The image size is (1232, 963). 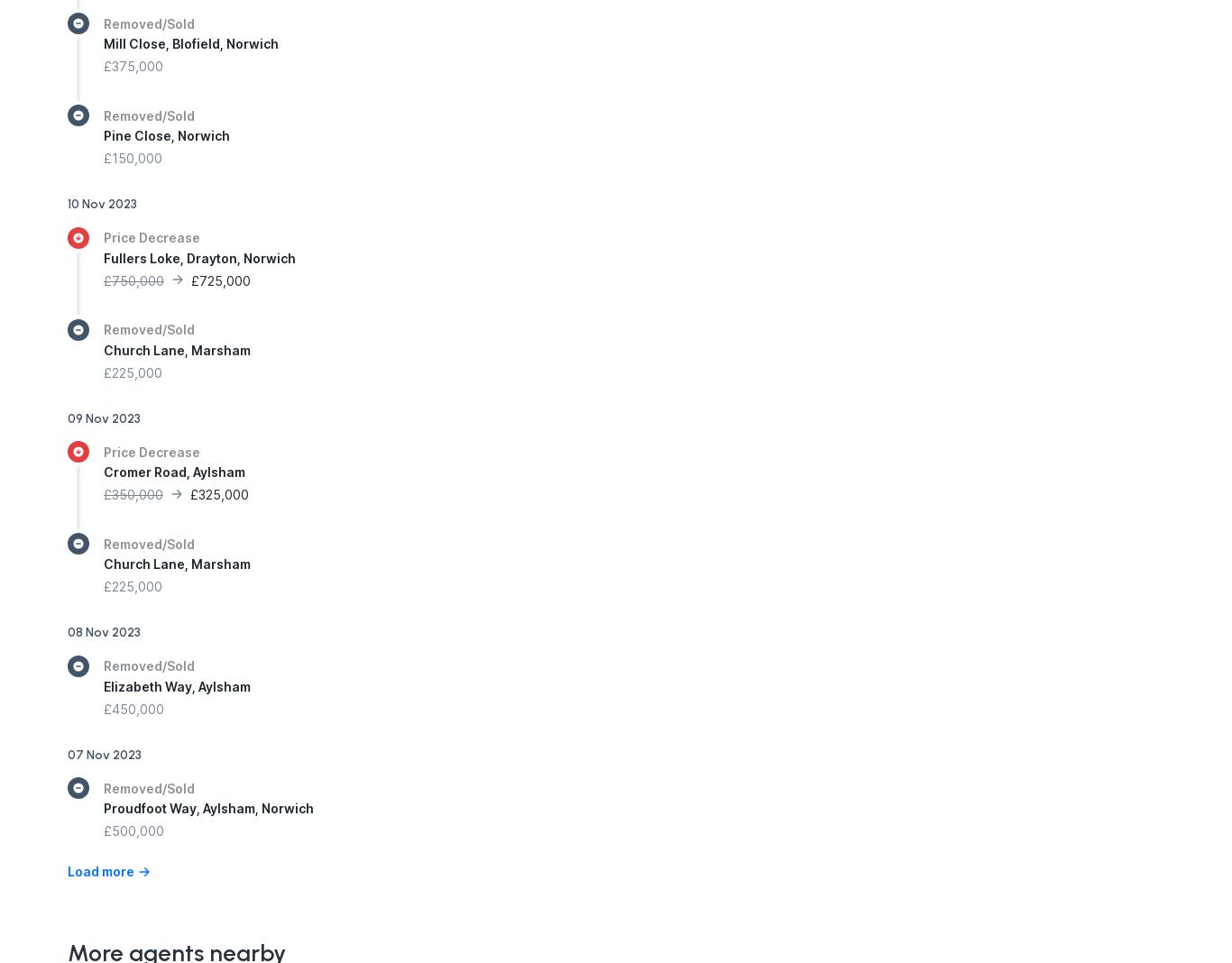 What do you see at coordinates (103, 256) in the screenshot?
I see `'Fullers Loke, Drayton, Norwich'` at bounding box center [103, 256].